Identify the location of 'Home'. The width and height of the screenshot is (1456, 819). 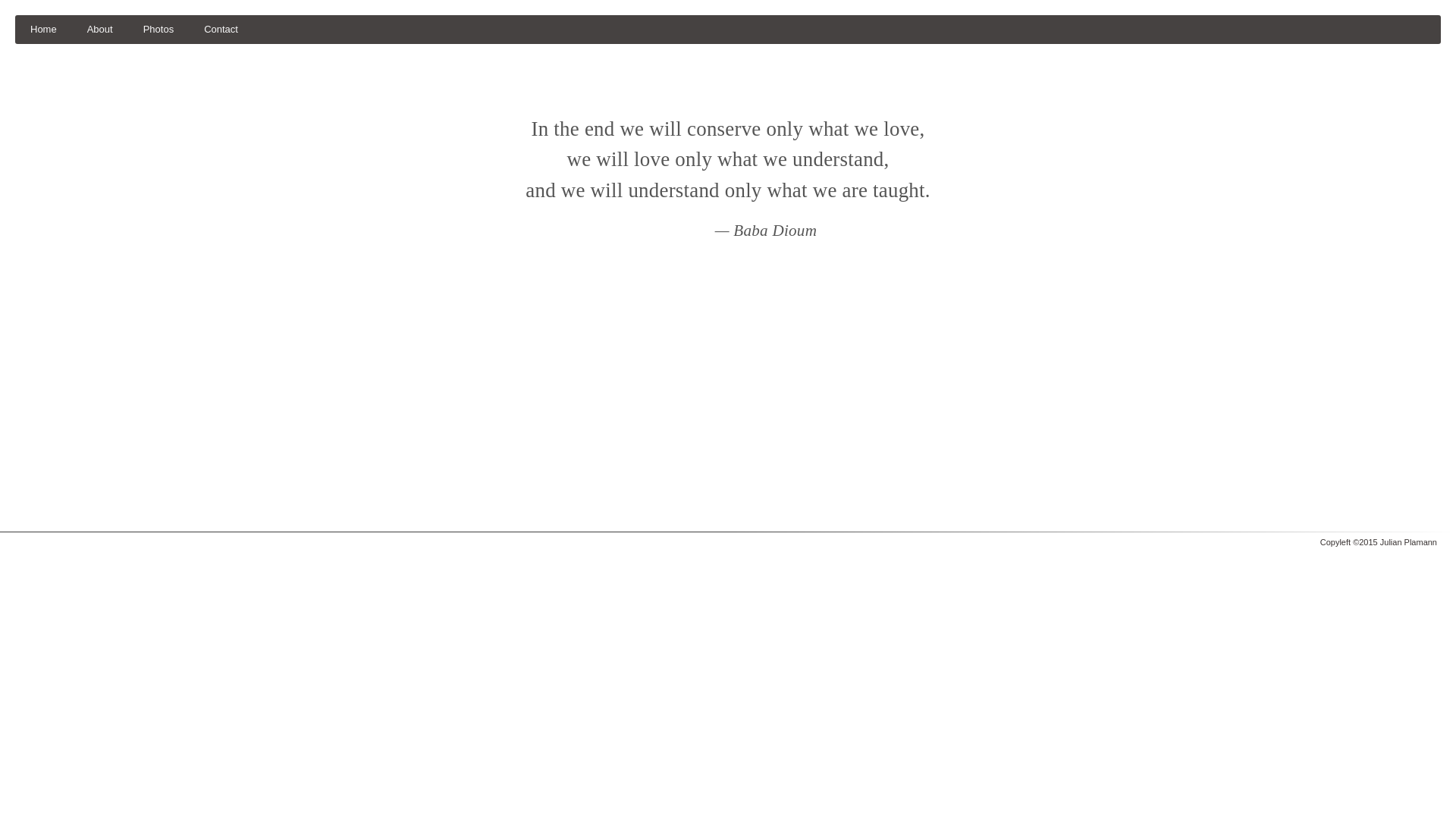
(43, 29).